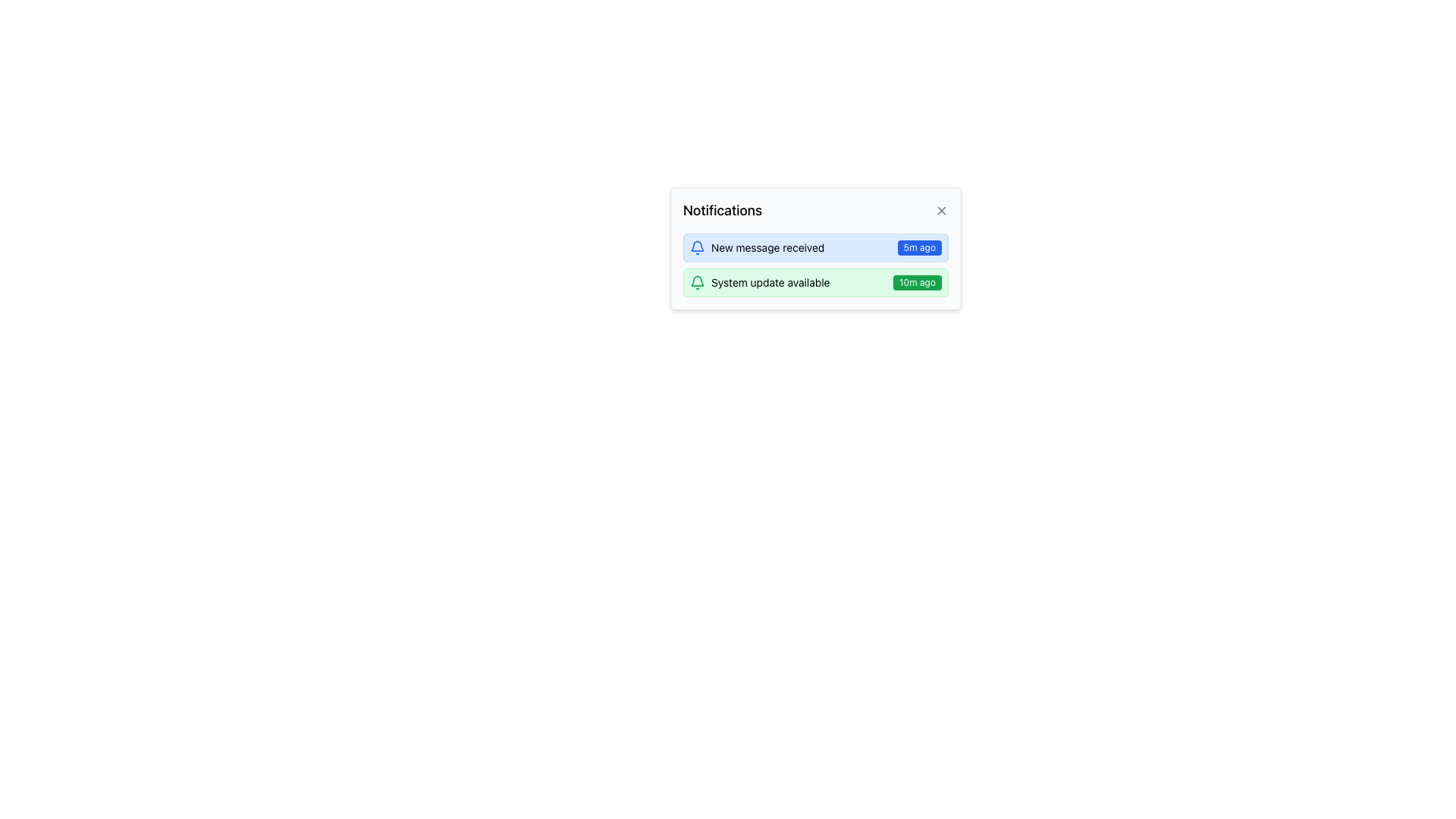 The height and width of the screenshot is (819, 1456). Describe the element at coordinates (697, 247) in the screenshot. I see `the blue outlined bell icon to interact with the notification in the topmost notification card, located to the left of the 'New message received' text` at that location.